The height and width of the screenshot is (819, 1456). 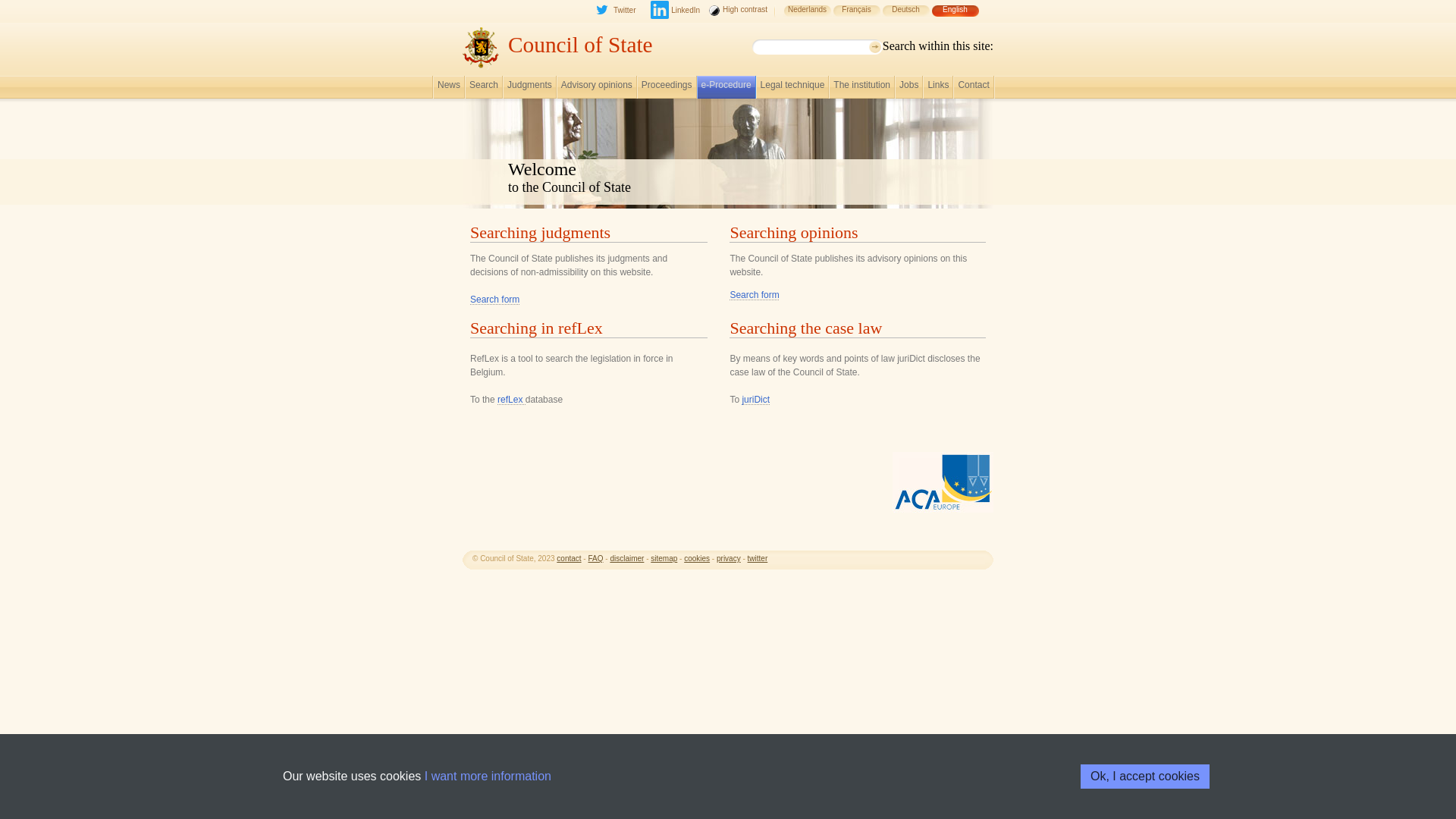 What do you see at coordinates (738, 17) in the screenshot?
I see `'High contrast'` at bounding box center [738, 17].